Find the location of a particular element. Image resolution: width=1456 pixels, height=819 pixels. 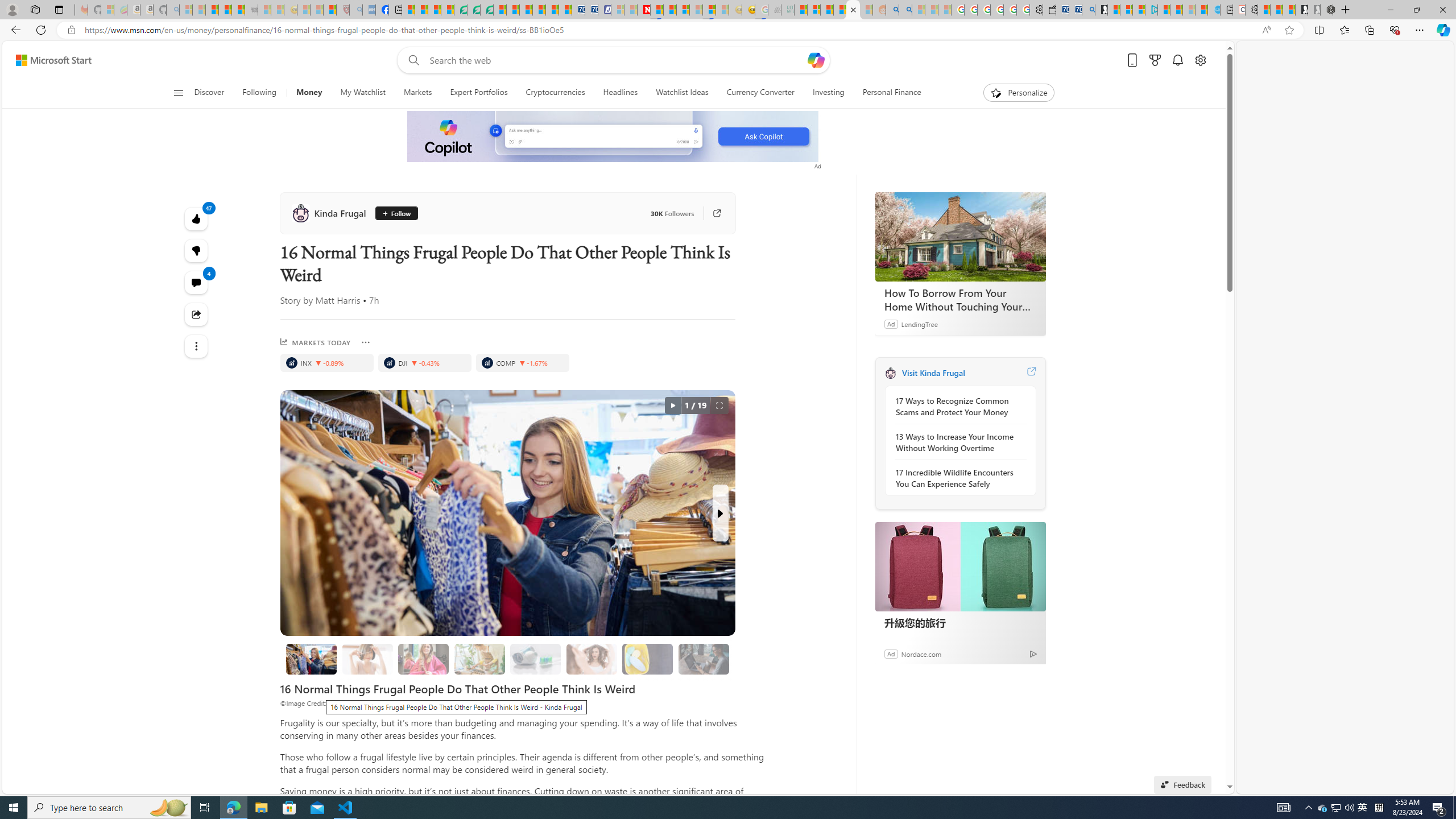

'Headlines' is located at coordinates (621, 92).